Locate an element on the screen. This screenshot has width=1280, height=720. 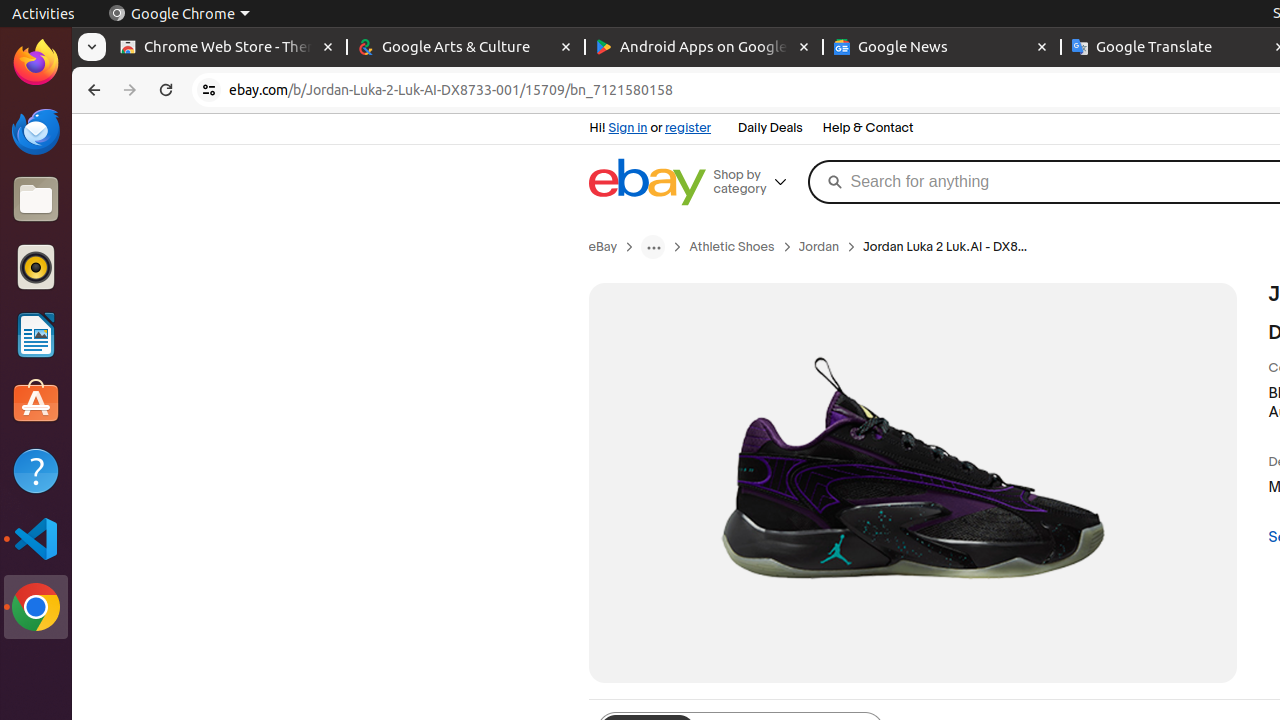
'Athletic Shoes' is located at coordinates (731, 246).